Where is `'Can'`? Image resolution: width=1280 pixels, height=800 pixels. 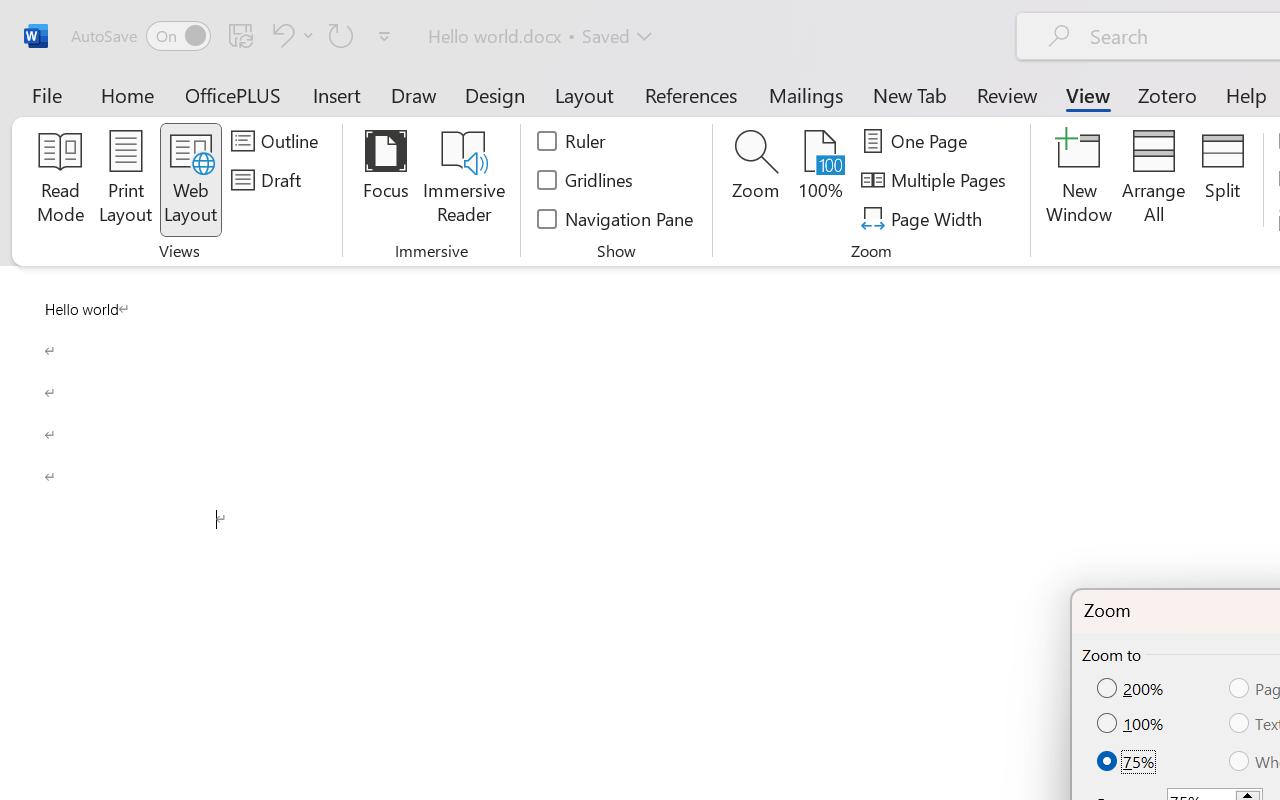
'Can' is located at coordinates (341, 34).